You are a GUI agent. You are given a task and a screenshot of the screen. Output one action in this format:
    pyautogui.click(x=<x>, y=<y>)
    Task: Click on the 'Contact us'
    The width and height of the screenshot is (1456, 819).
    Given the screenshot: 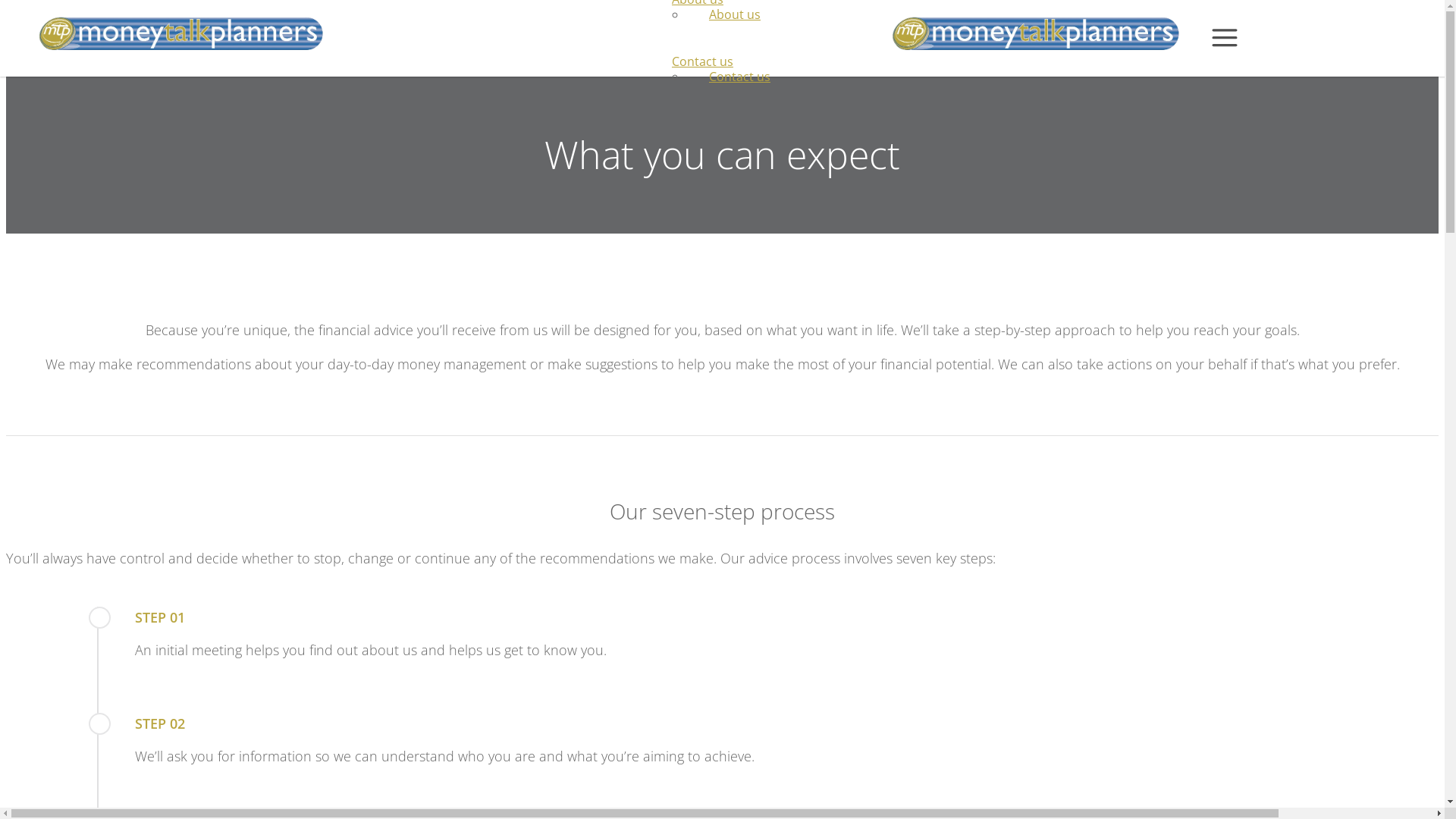 What is the action you would take?
    pyautogui.click(x=701, y=61)
    